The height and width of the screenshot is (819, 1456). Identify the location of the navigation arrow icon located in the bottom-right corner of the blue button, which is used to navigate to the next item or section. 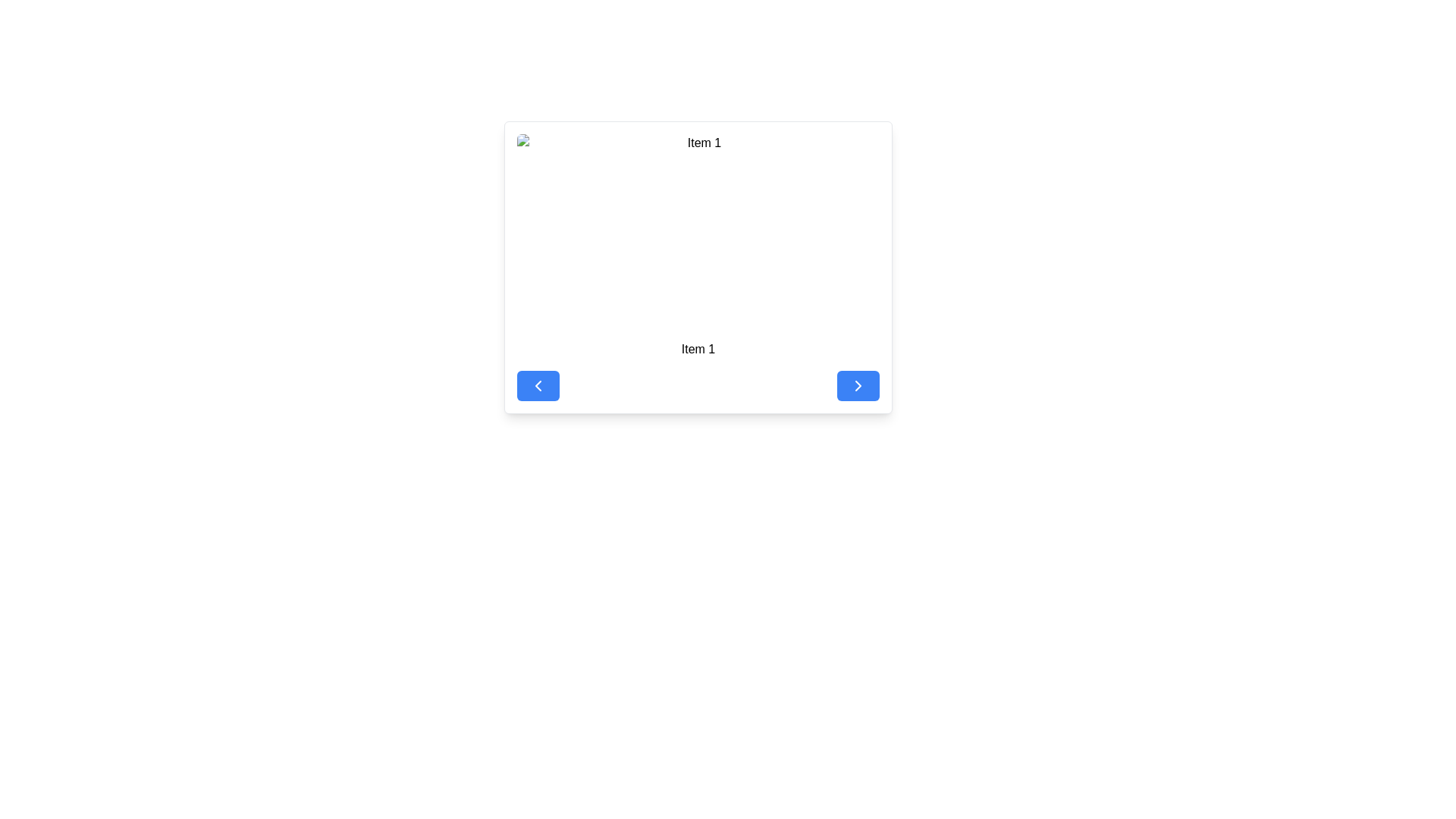
(858, 385).